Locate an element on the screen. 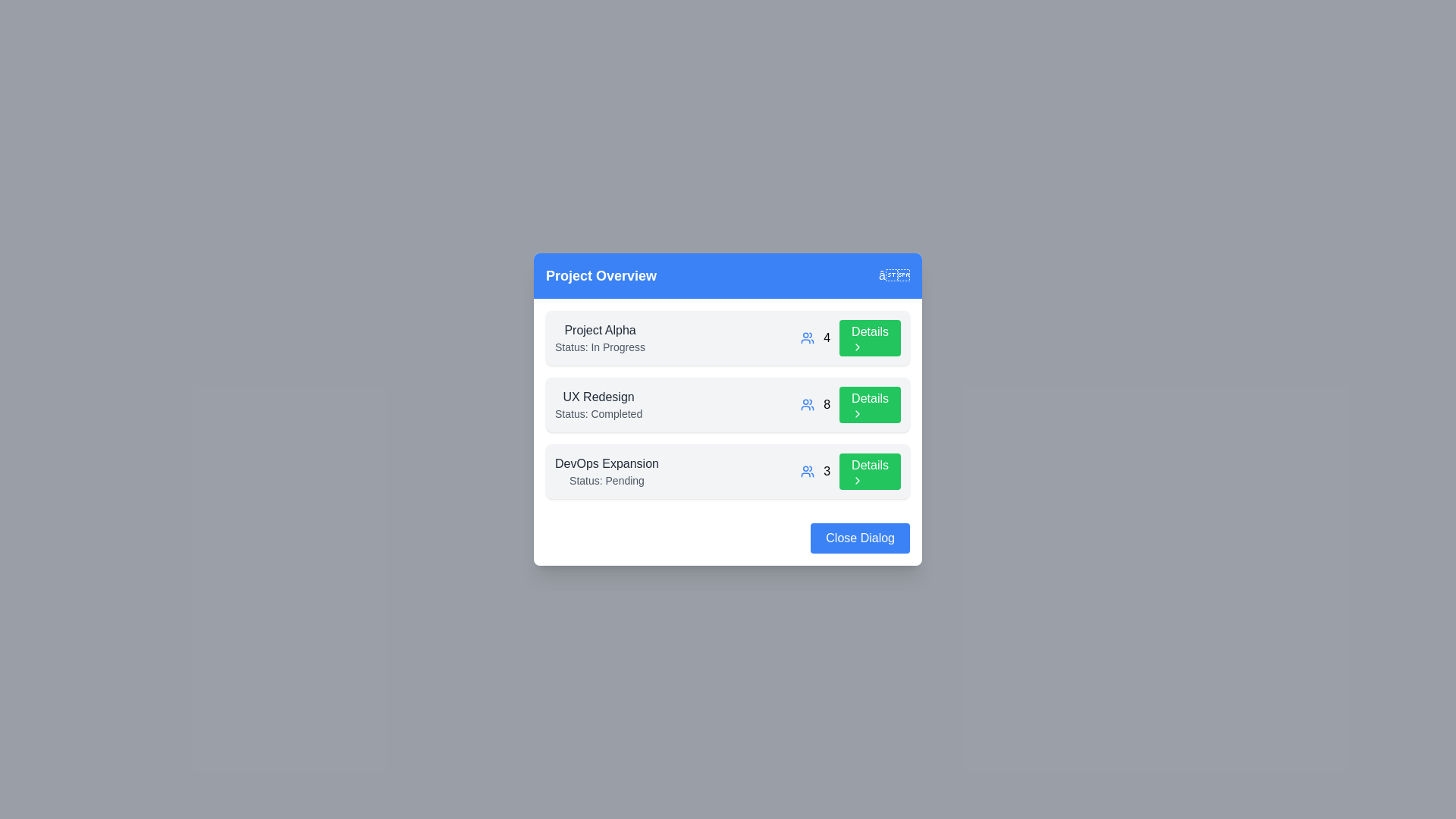  the 'Details' button for the project with ID 1 is located at coordinates (870, 337).